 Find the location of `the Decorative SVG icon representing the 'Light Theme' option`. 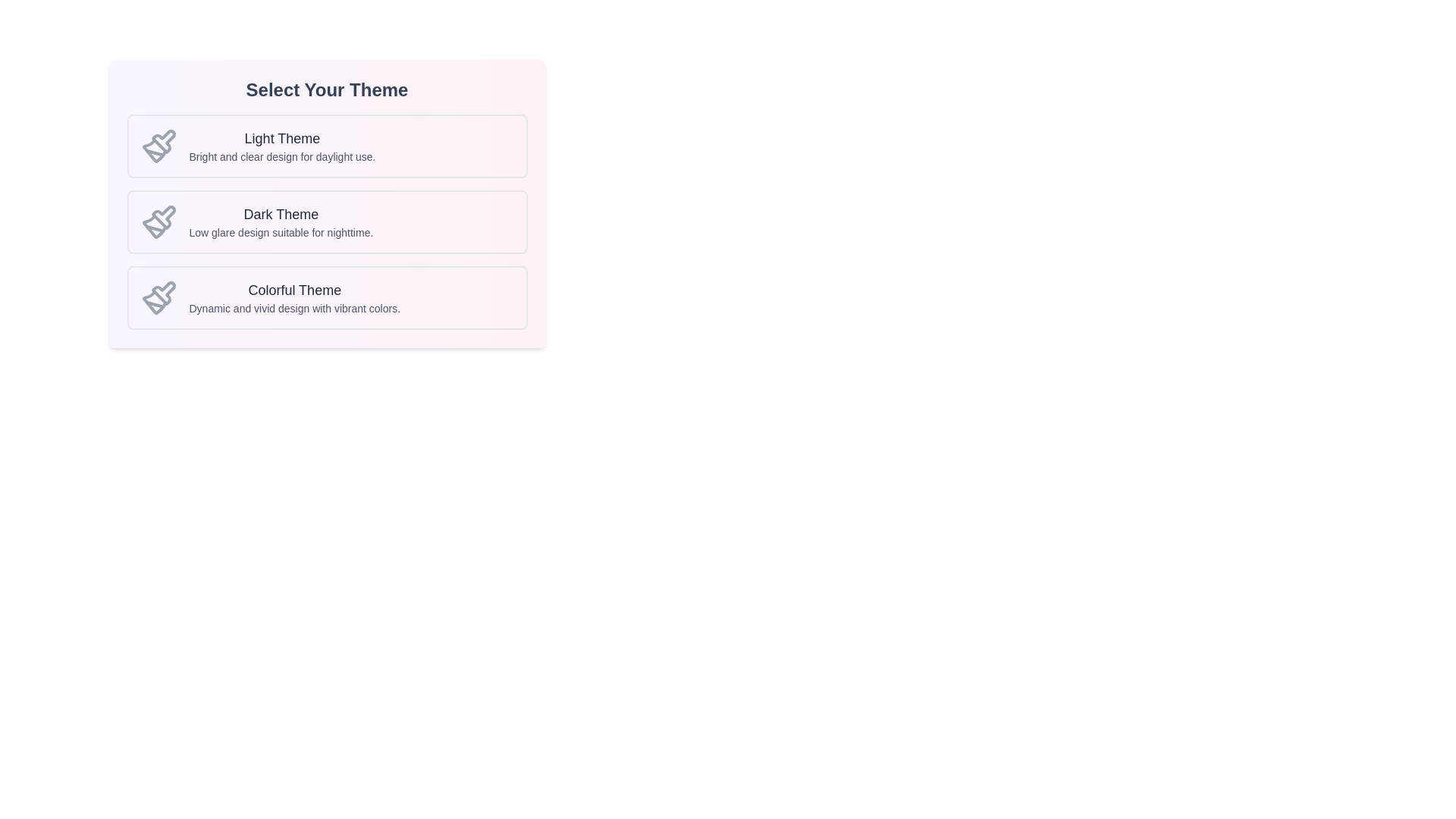

the Decorative SVG icon representing the 'Light Theme' option is located at coordinates (163, 141).